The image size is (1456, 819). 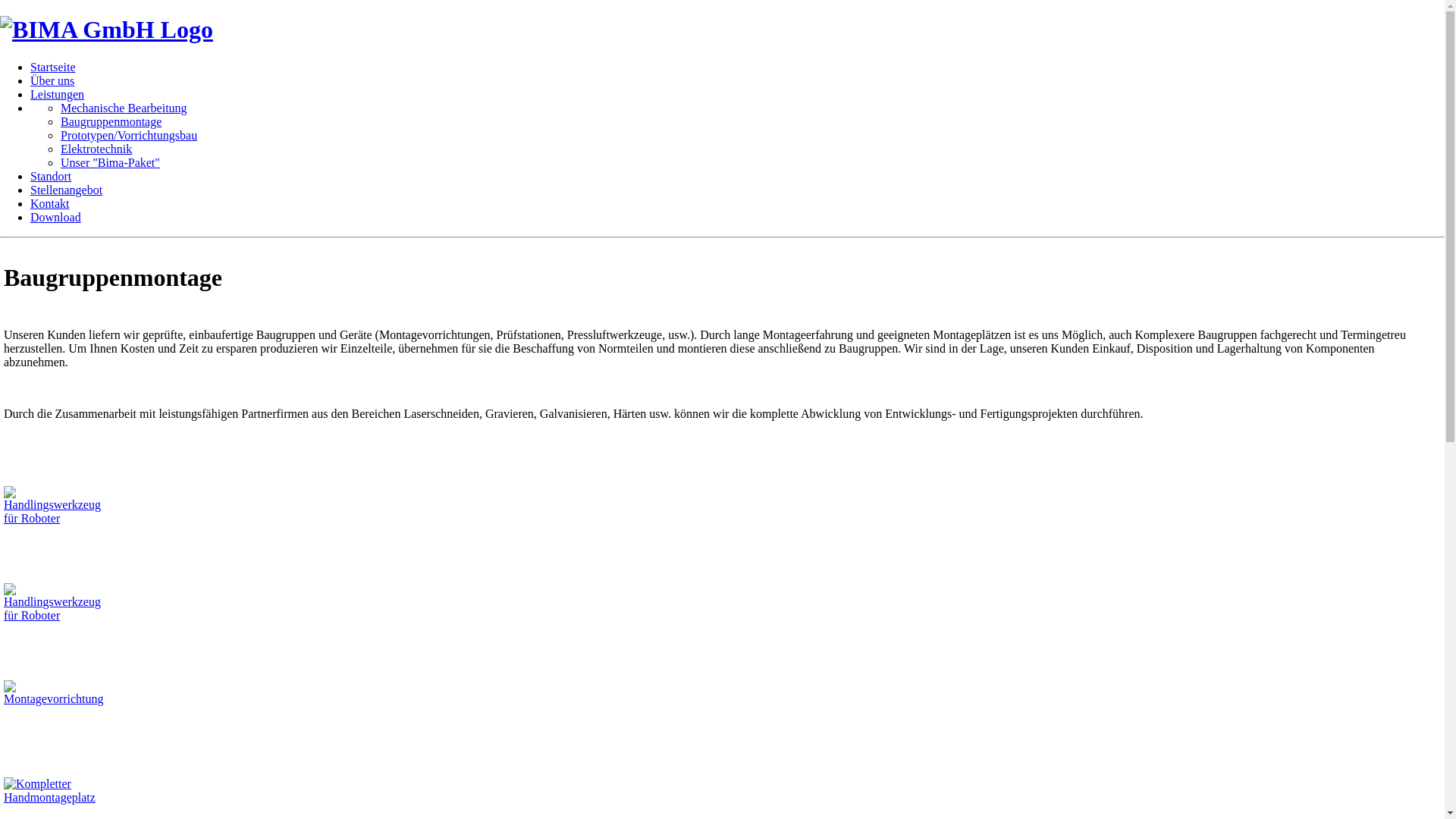 What do you see at coordinates (128, 134) in the screenshot?
I see `'Prototypen/Vorrichtungsbau'` at bounding box center [128, 134].